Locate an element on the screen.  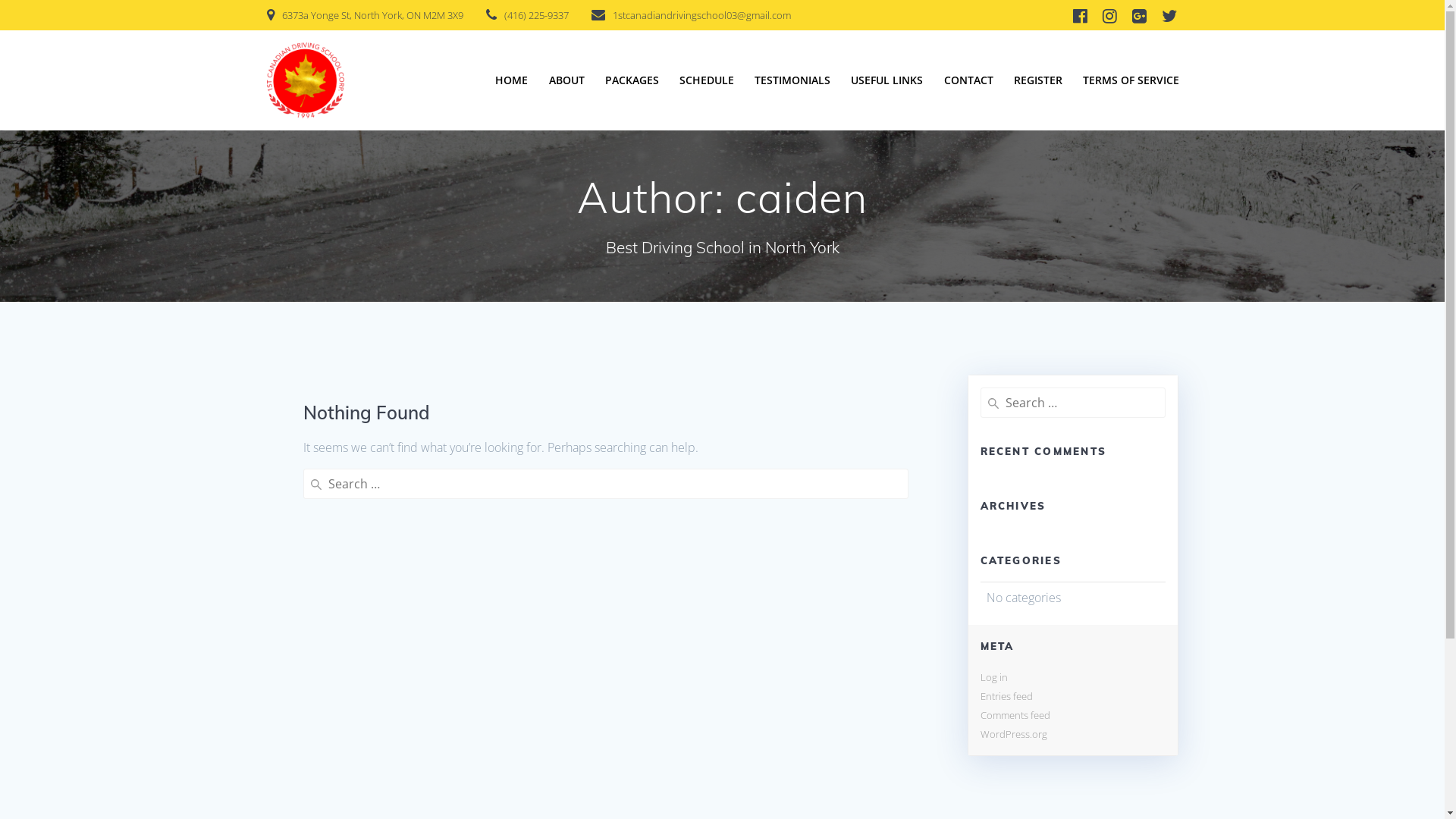
'Log in' is located at coordinates (993, 676).